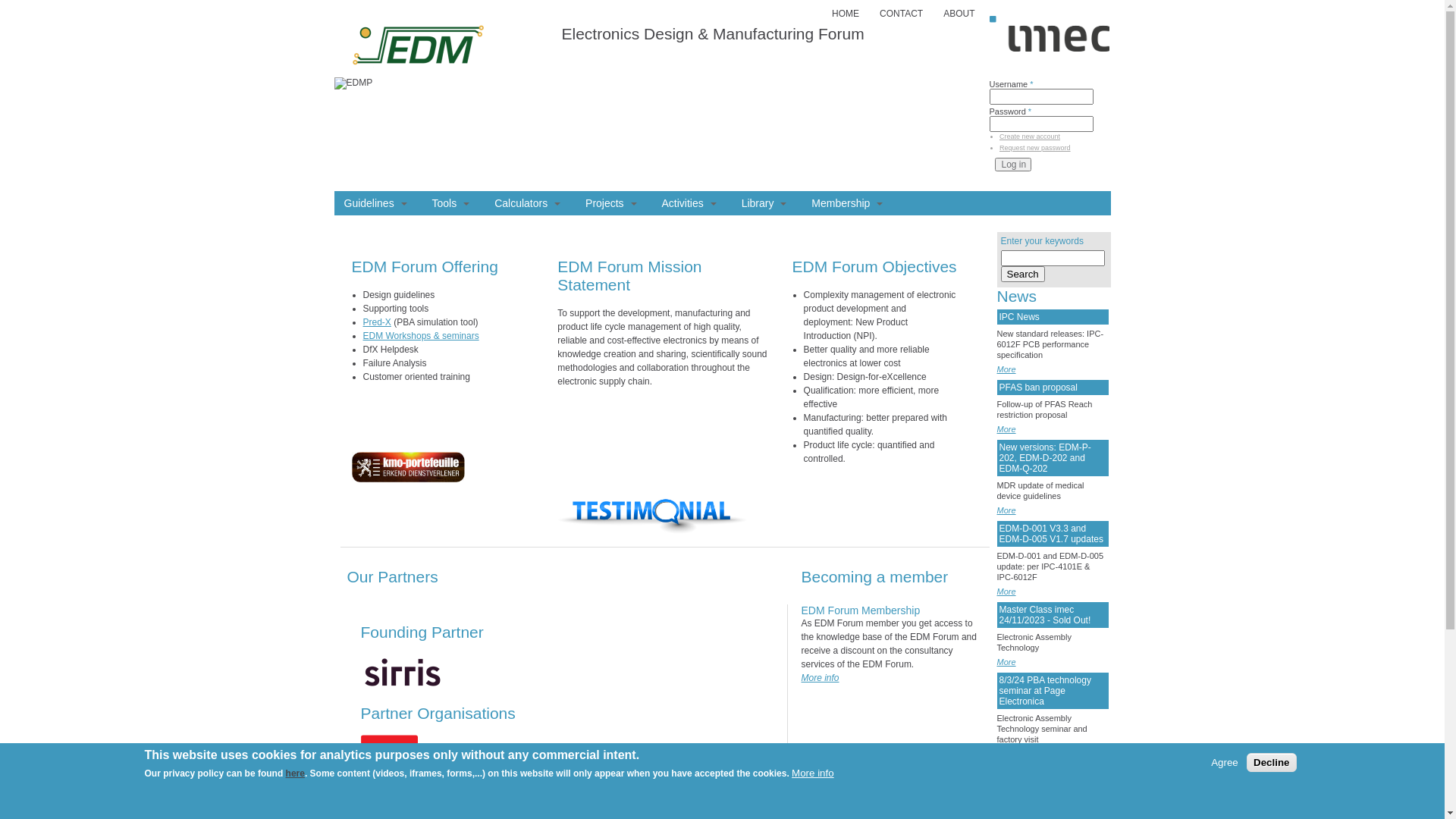 The width and height of the screenshot is (1456, 819). I want to click on 'HOME', so click(844, 14).